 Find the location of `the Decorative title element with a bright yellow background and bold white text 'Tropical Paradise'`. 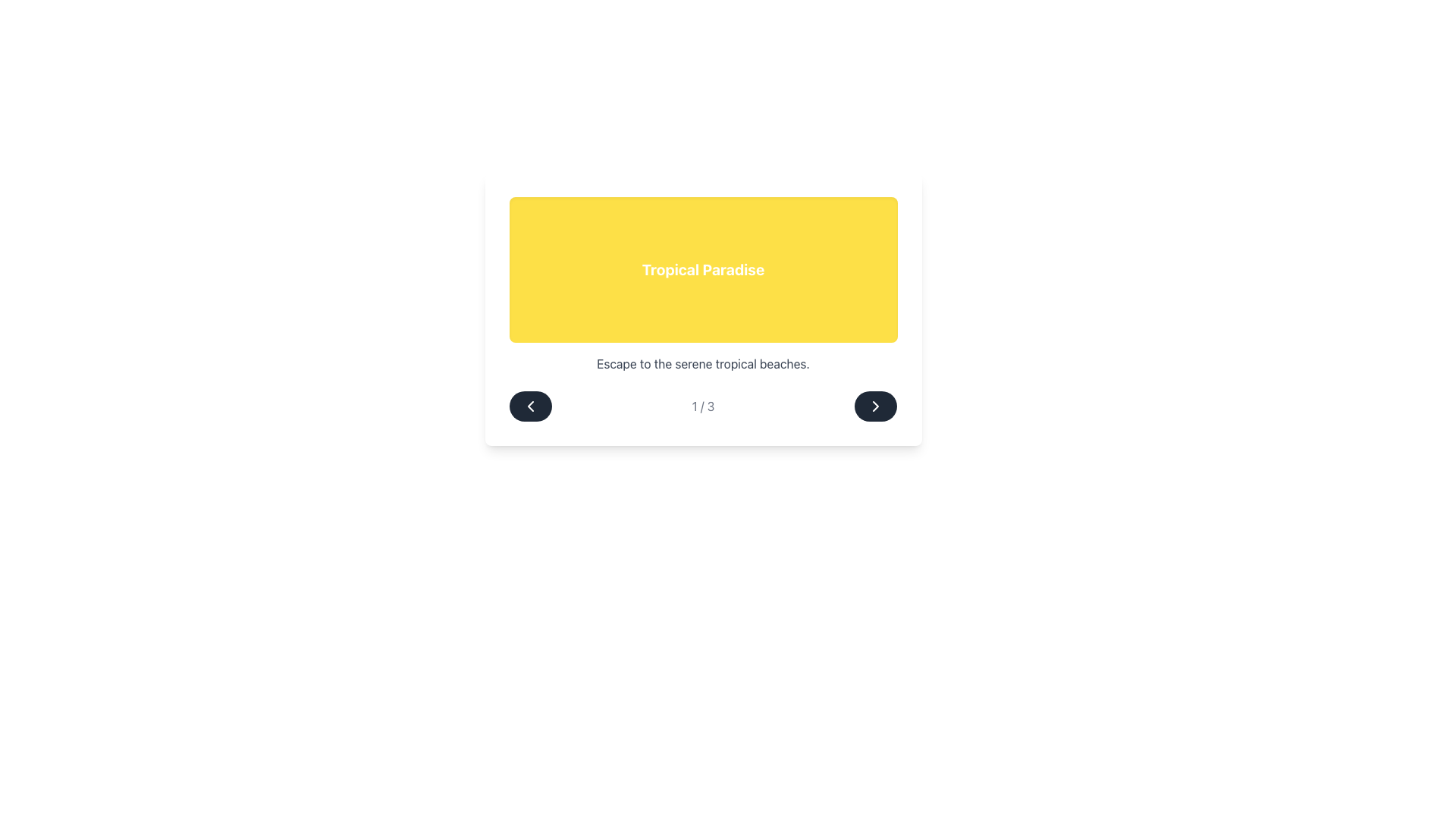

the Decorative title element with a bright yellow background and bold white text 'Tropical Paradise' is located at coordinates (702, 268).